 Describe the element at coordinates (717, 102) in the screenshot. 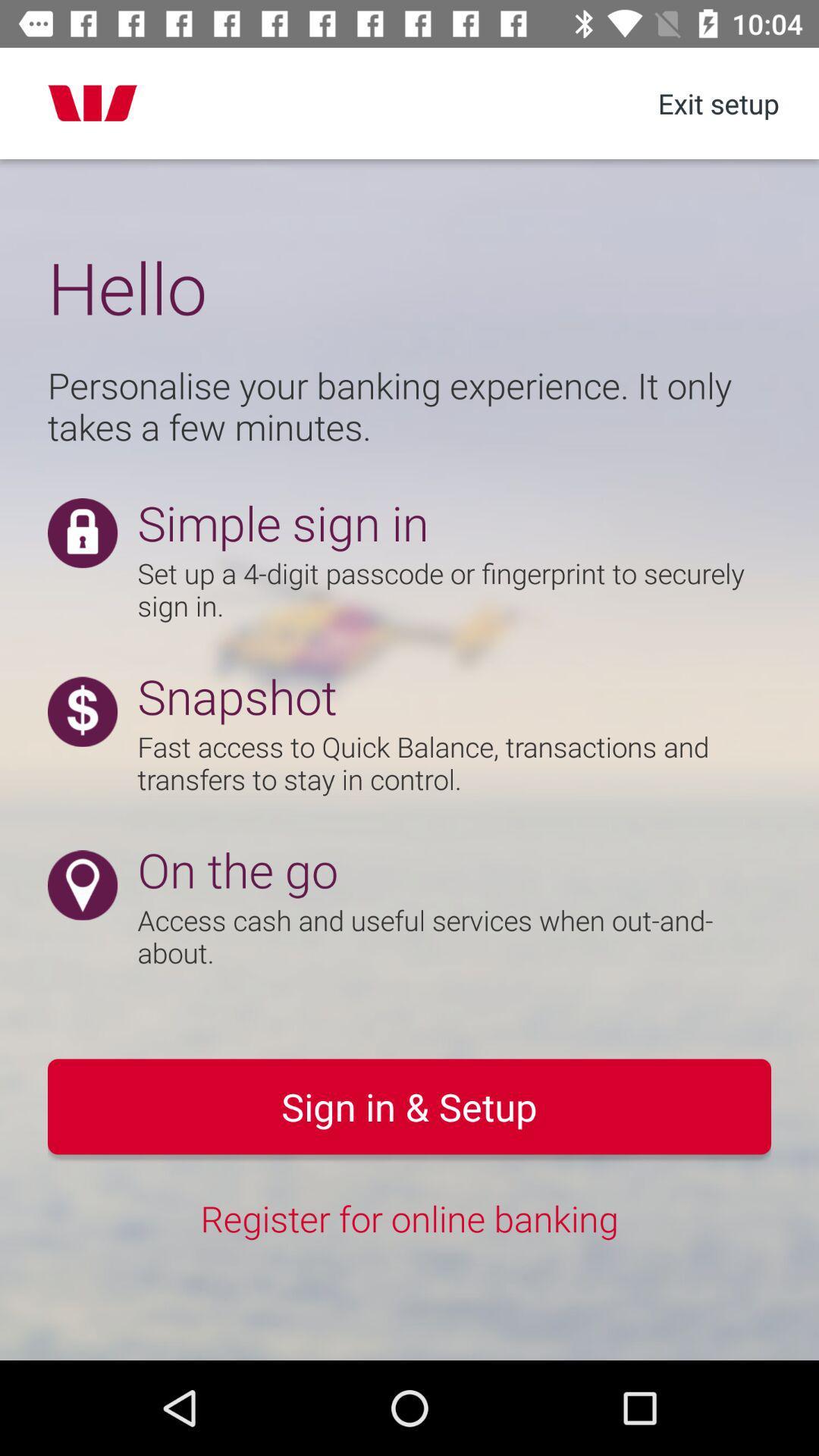

I see `the exit setup icon` at that location.